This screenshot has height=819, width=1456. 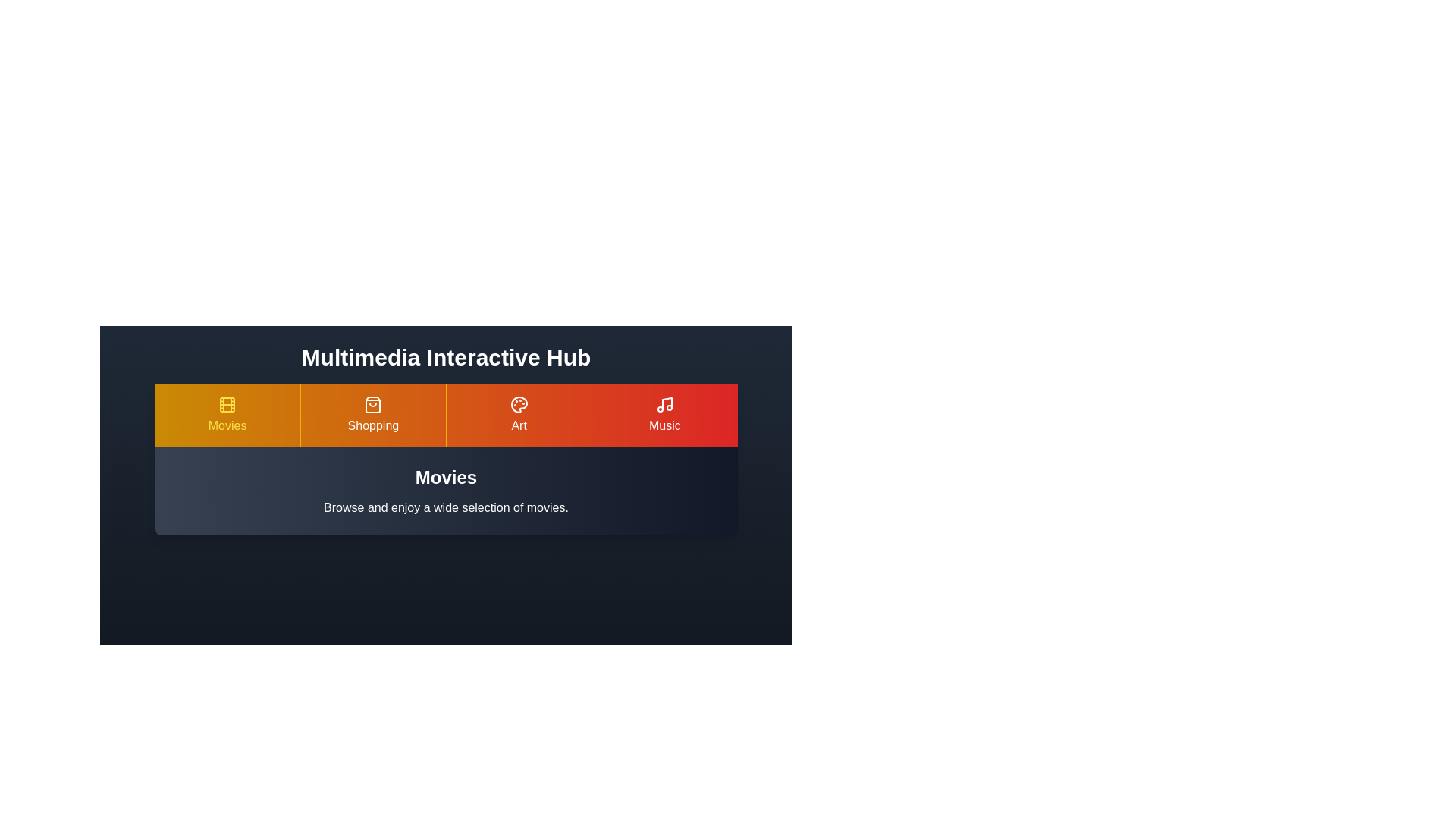 What do you see at coordinates (664, 415) in the screenshot?
I see `the Music tab to view its content` at bounding box center [664, 415].